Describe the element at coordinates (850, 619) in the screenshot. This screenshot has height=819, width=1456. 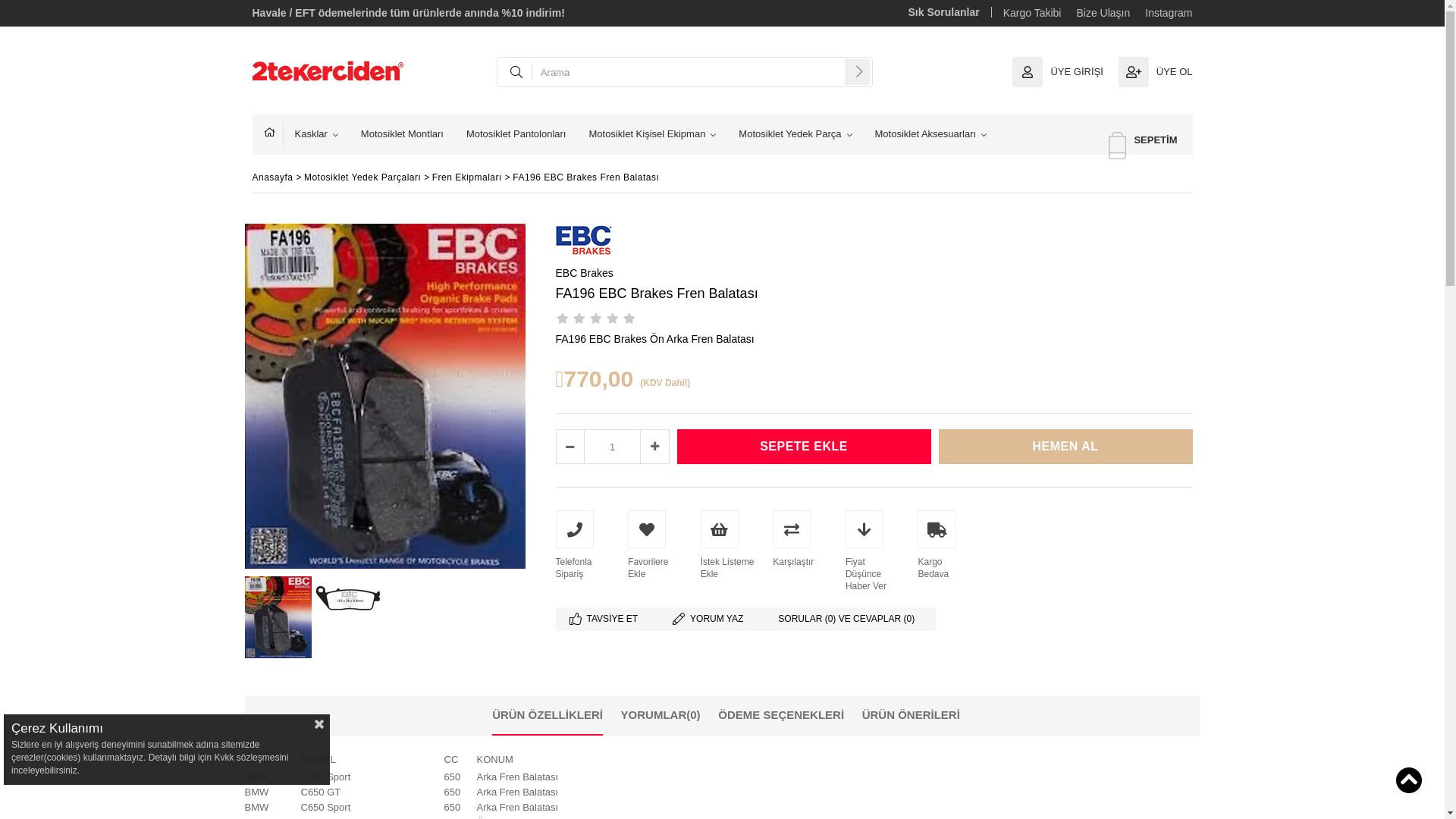
I see `'SORULAR (0) VE CEVAPLAR (0)'` at that location.